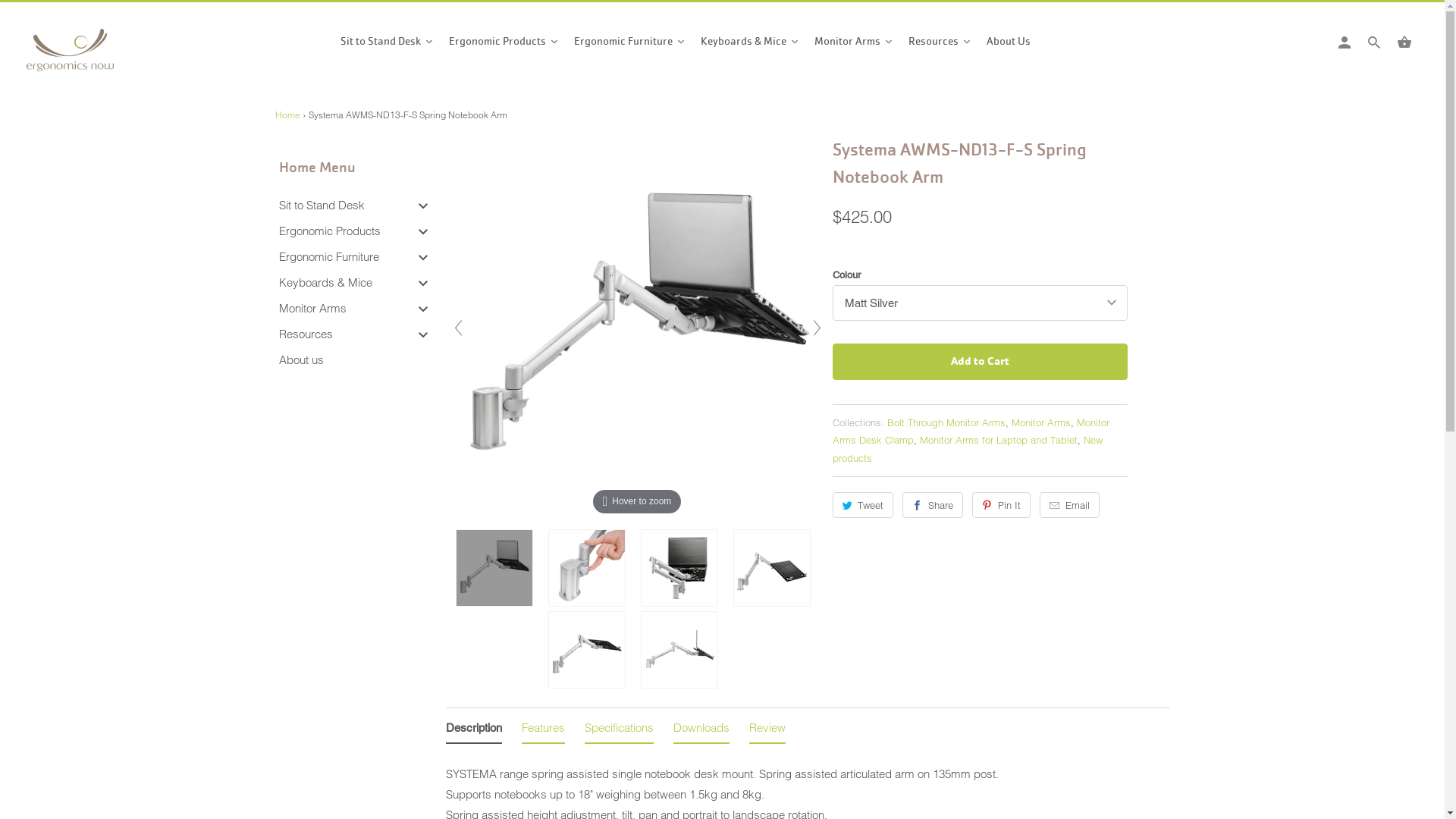 The height and width of the screenshot is (819, 1456). What do you see at coordinates (1068, 505) in the screenshot?
I see `'Email'` at bounding box center [1068, 505].